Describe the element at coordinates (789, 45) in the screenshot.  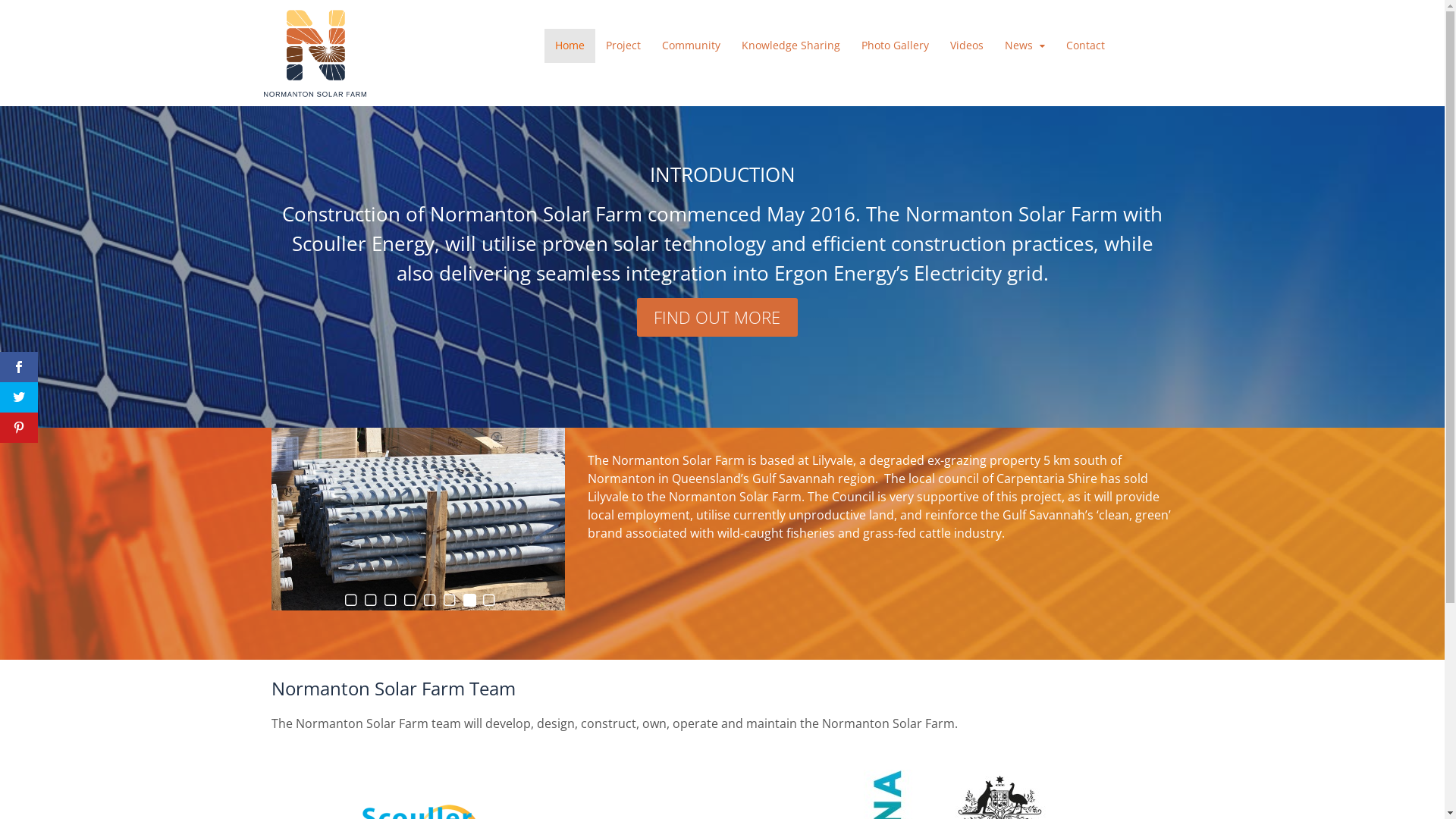
I see `'Knowledge Sharing'` at that location.